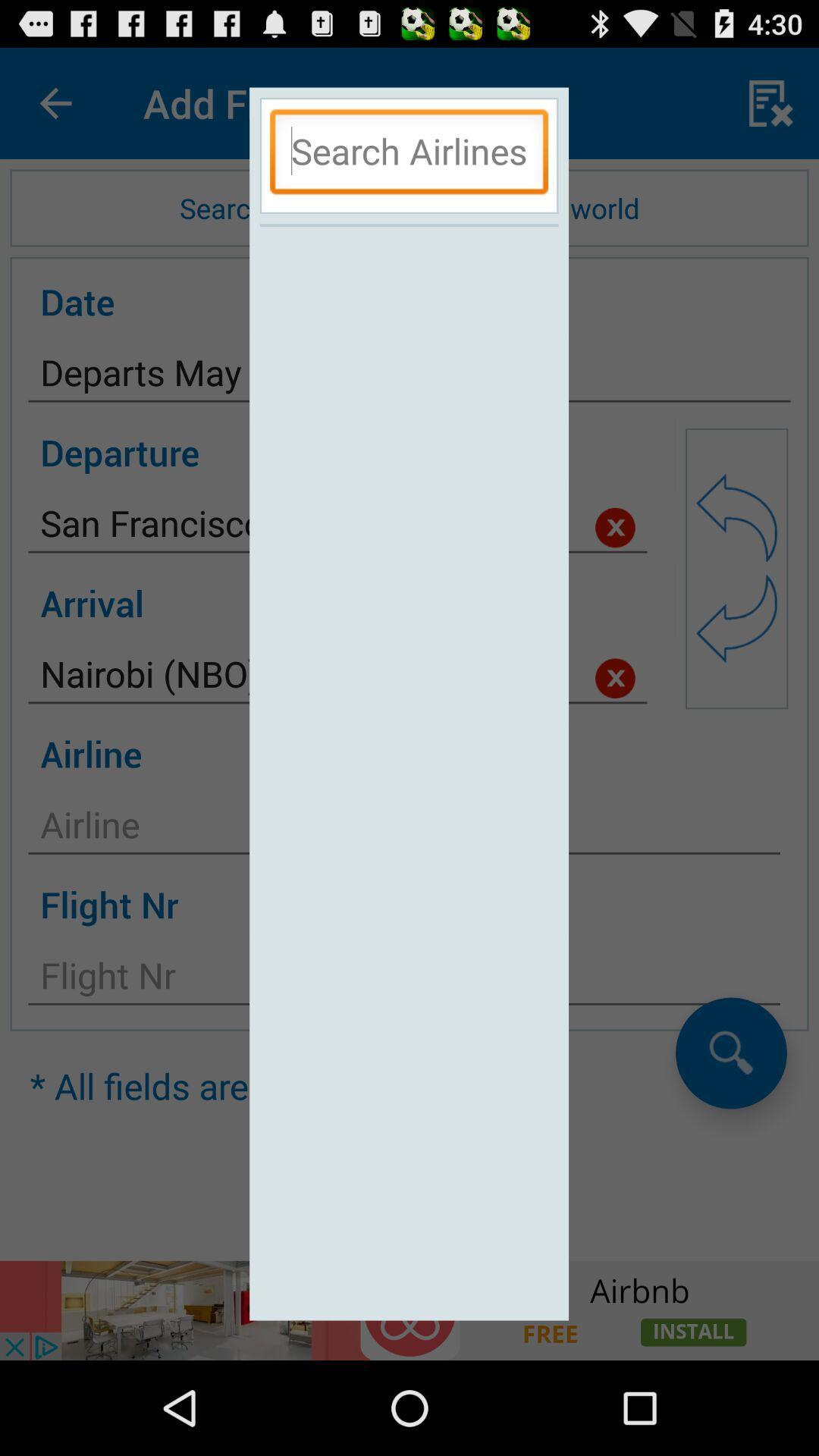  Describe the element at coordinates (408, 155) in the screenshot. I see `search button` at that location.